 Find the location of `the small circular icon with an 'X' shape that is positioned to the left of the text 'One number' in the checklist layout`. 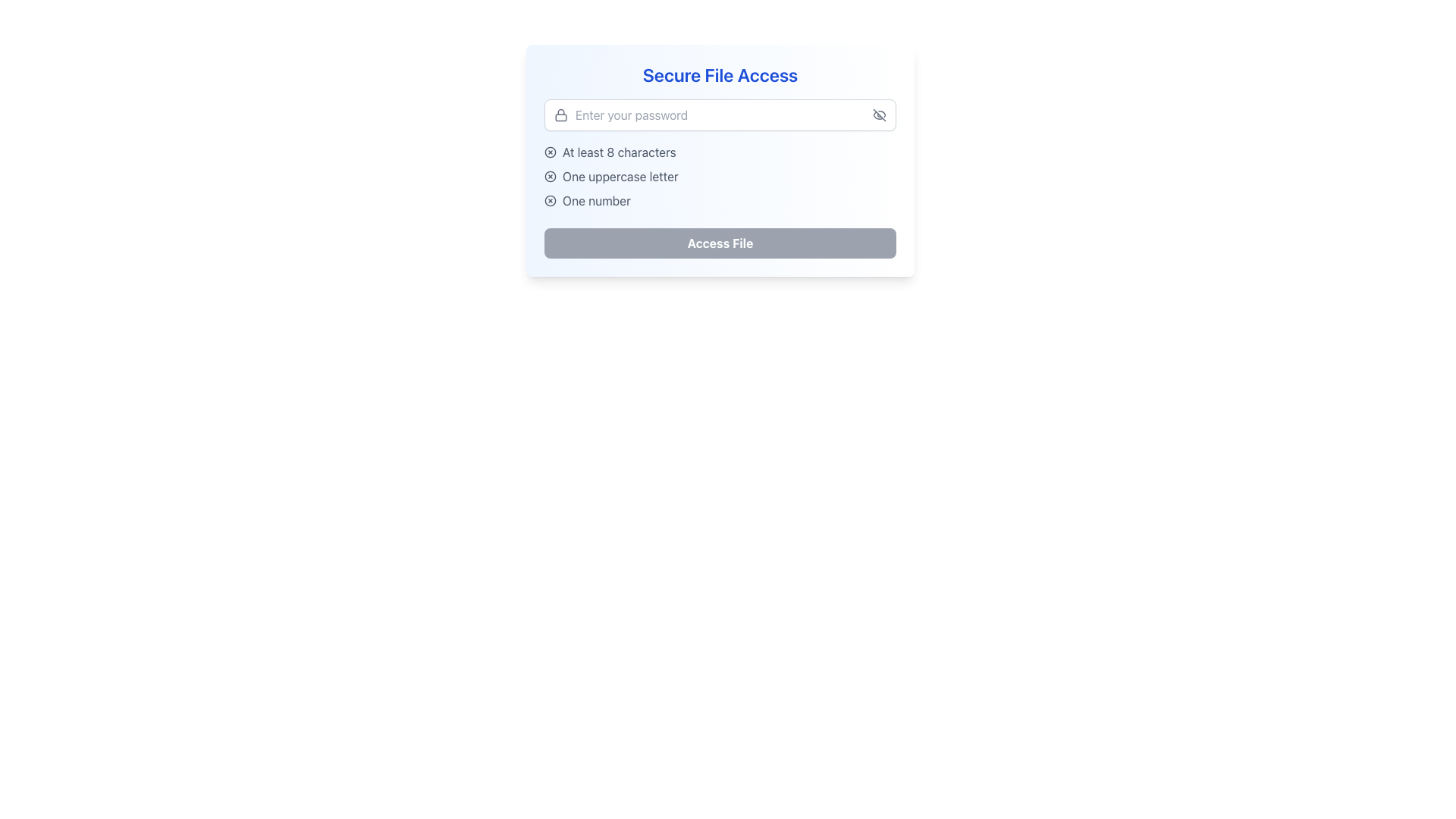

the small circular icon with an 'X' shape that is positioned to the left of the text 'One number' in the checklist layout is located at coordinates (549, 200).